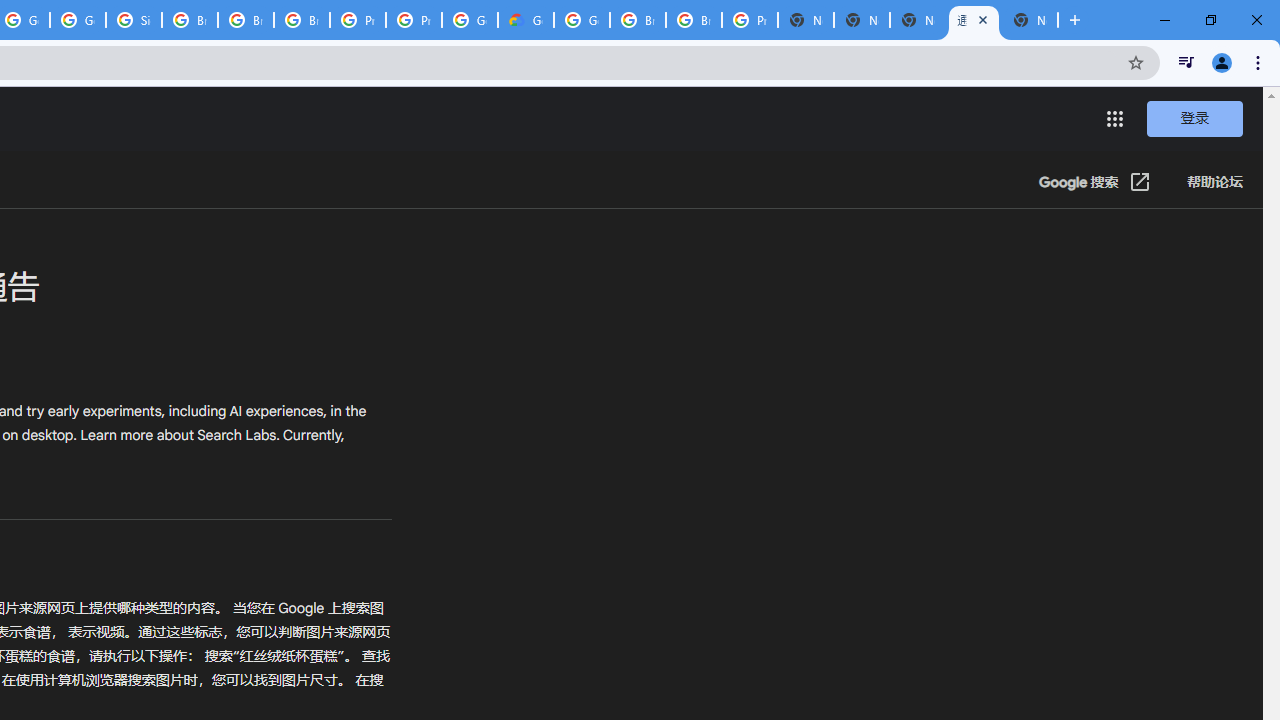 This screenshot has height=720, width=1280. Describe the element at coordinates (133, 20) in the screenshot. I see `'Sign in - Google Accounts'` at that location.